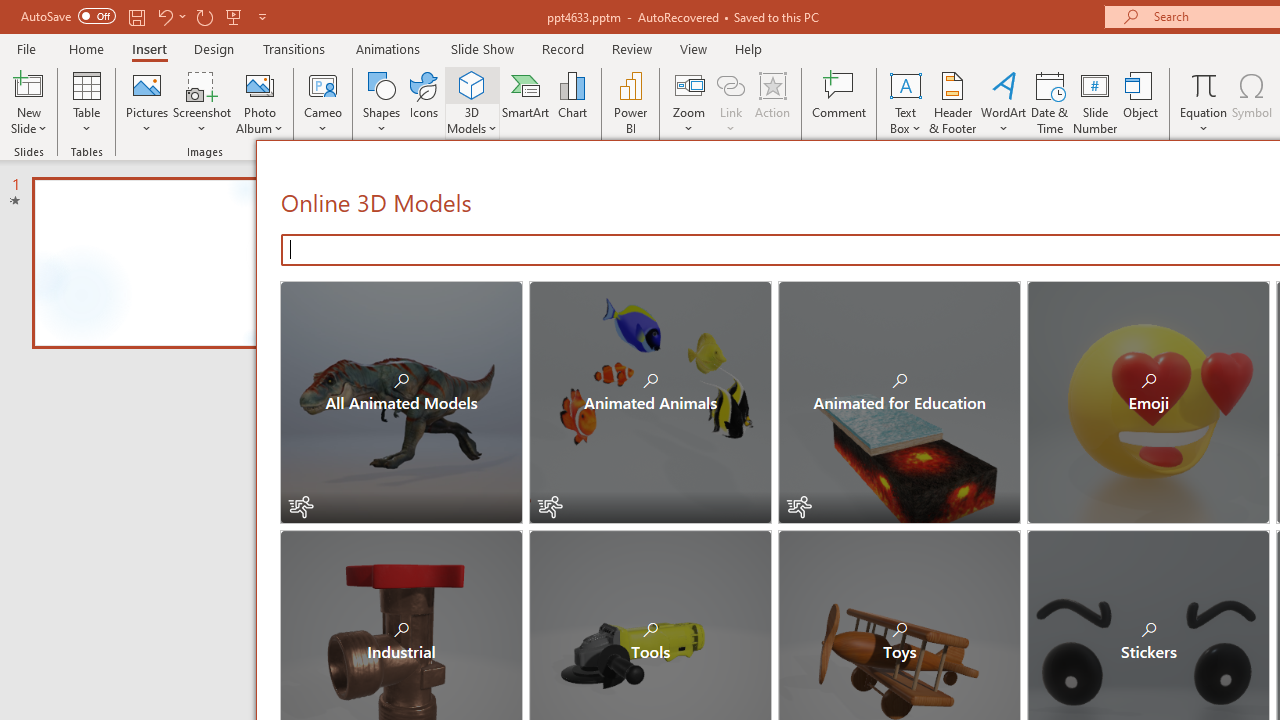 The width and height of the screenshot is (1280, 720). Describe the element at coordinates (202, 103) in the screenshot. I see `'Screenshot'` at that location.